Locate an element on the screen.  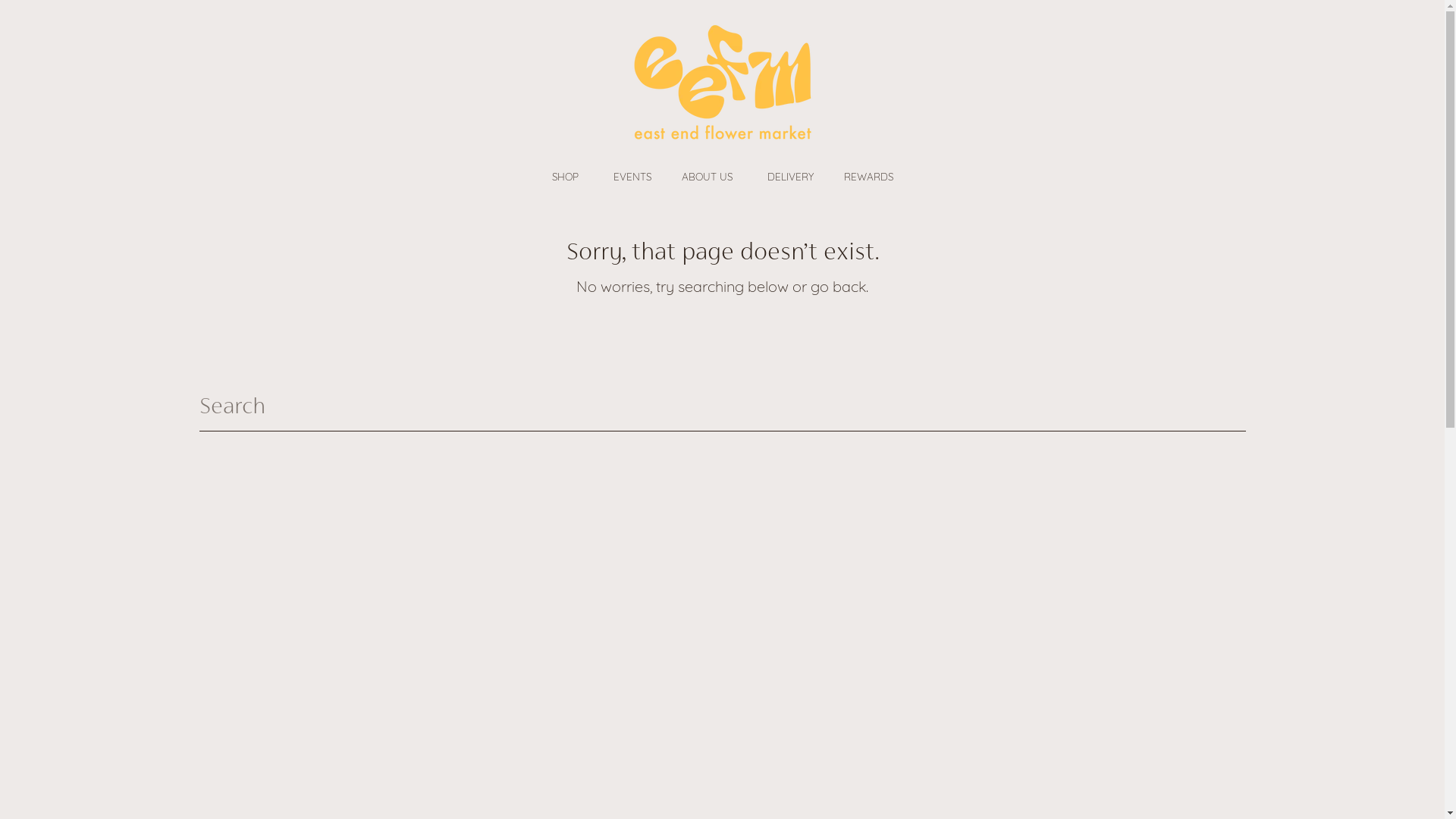
'EVENTS' is located at coordinates (632, 175).